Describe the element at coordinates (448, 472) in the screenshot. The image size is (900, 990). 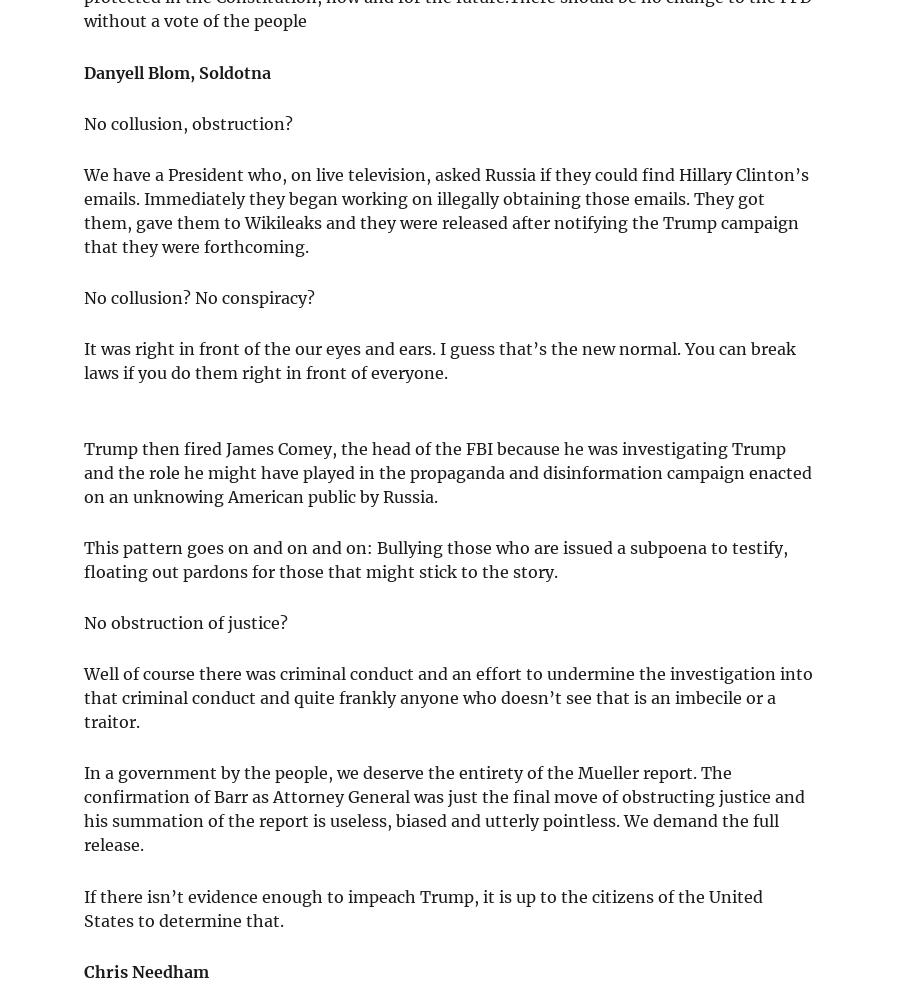
I see `'Trump then fired James Comey, the head of the FBI because he was investigating Trump and the role he might have played in the propaganda and disinformation campaign enacted on an unknowing American public by Russia.'` at that location.